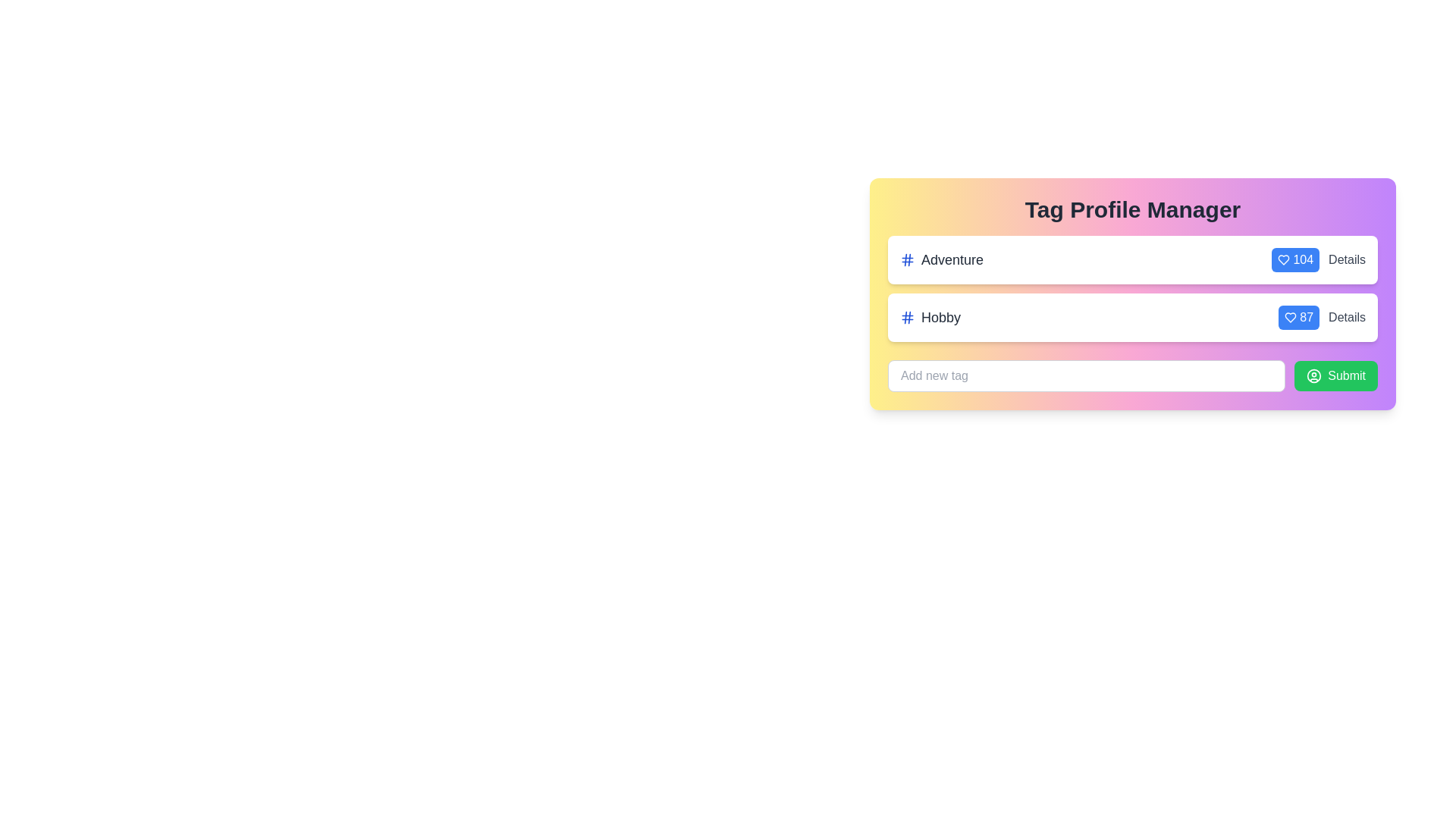 The image size is (1456, 819). What do you see at coordinates (1283, 259) in the screenshot?
I see `the blue heart-shaped icon indicating a favorite or like feature, located adjacent to the numeric text '87'` at bounding box center [1283, 259].